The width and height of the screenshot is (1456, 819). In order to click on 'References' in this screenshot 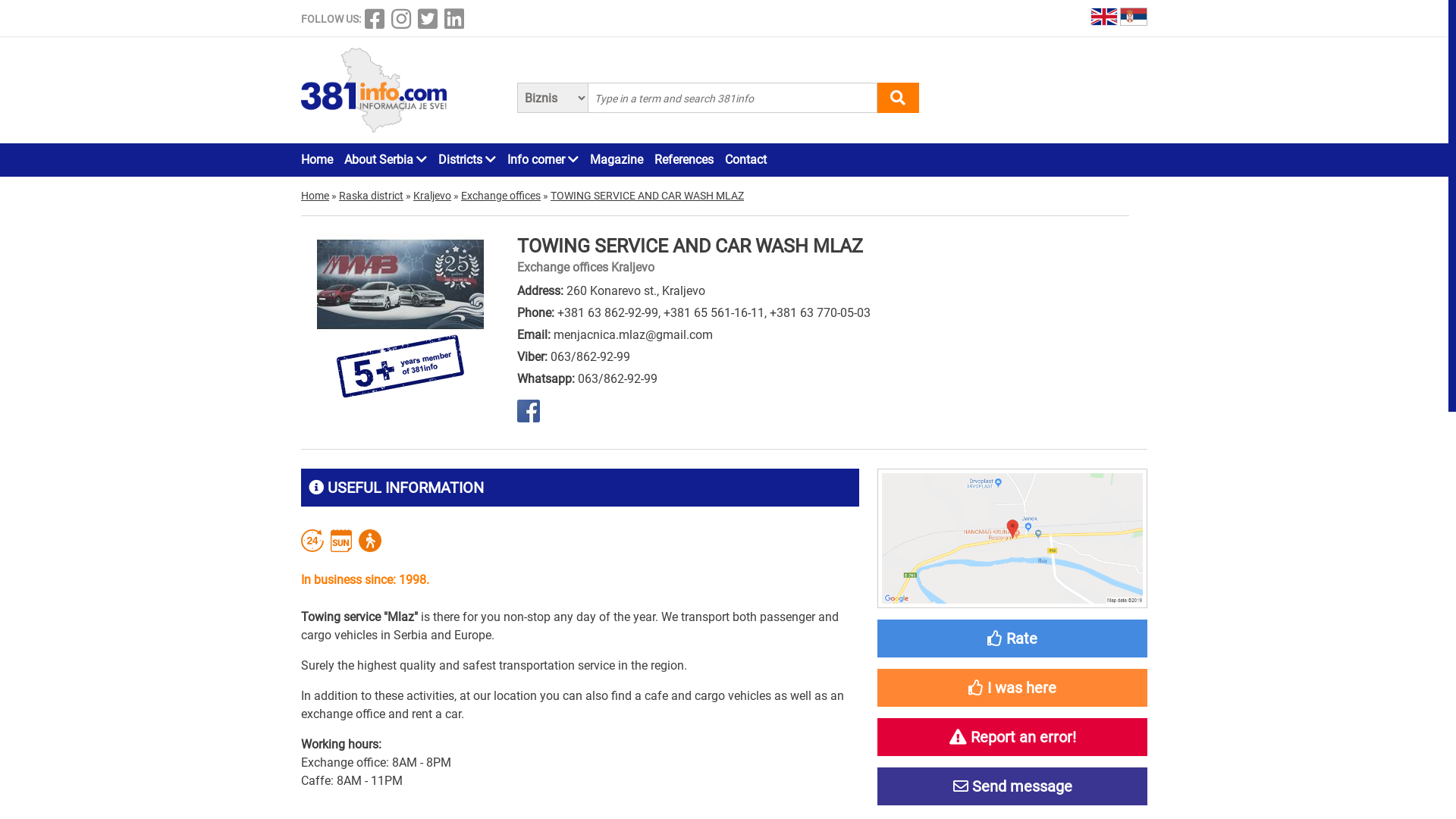, I will do `click(683, 160)`.